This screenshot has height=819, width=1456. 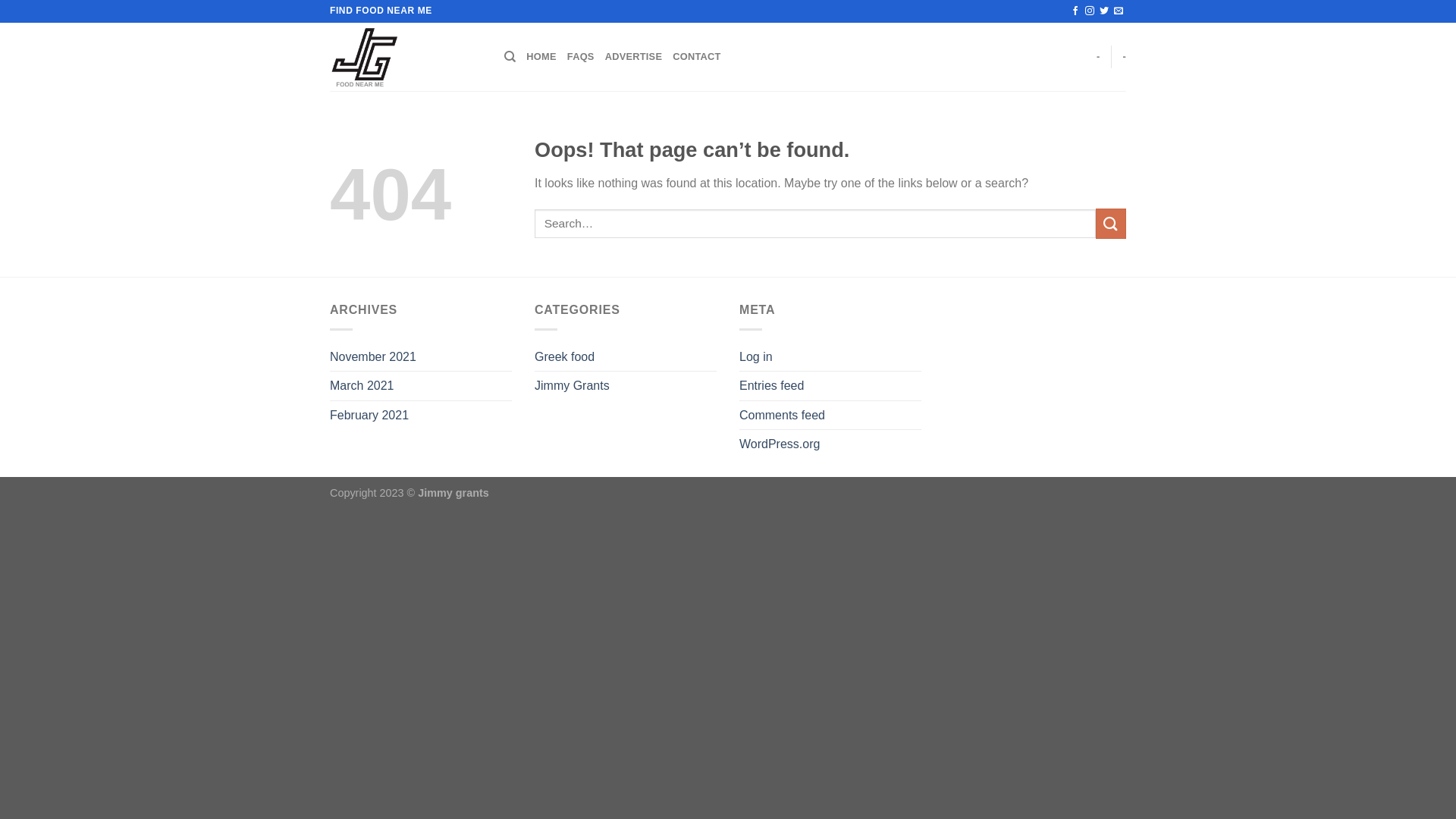 What do you see at coordinates (633, 55) in the screenshot?
I see `'ADVERTISE'` at bounding box center [633, 55].